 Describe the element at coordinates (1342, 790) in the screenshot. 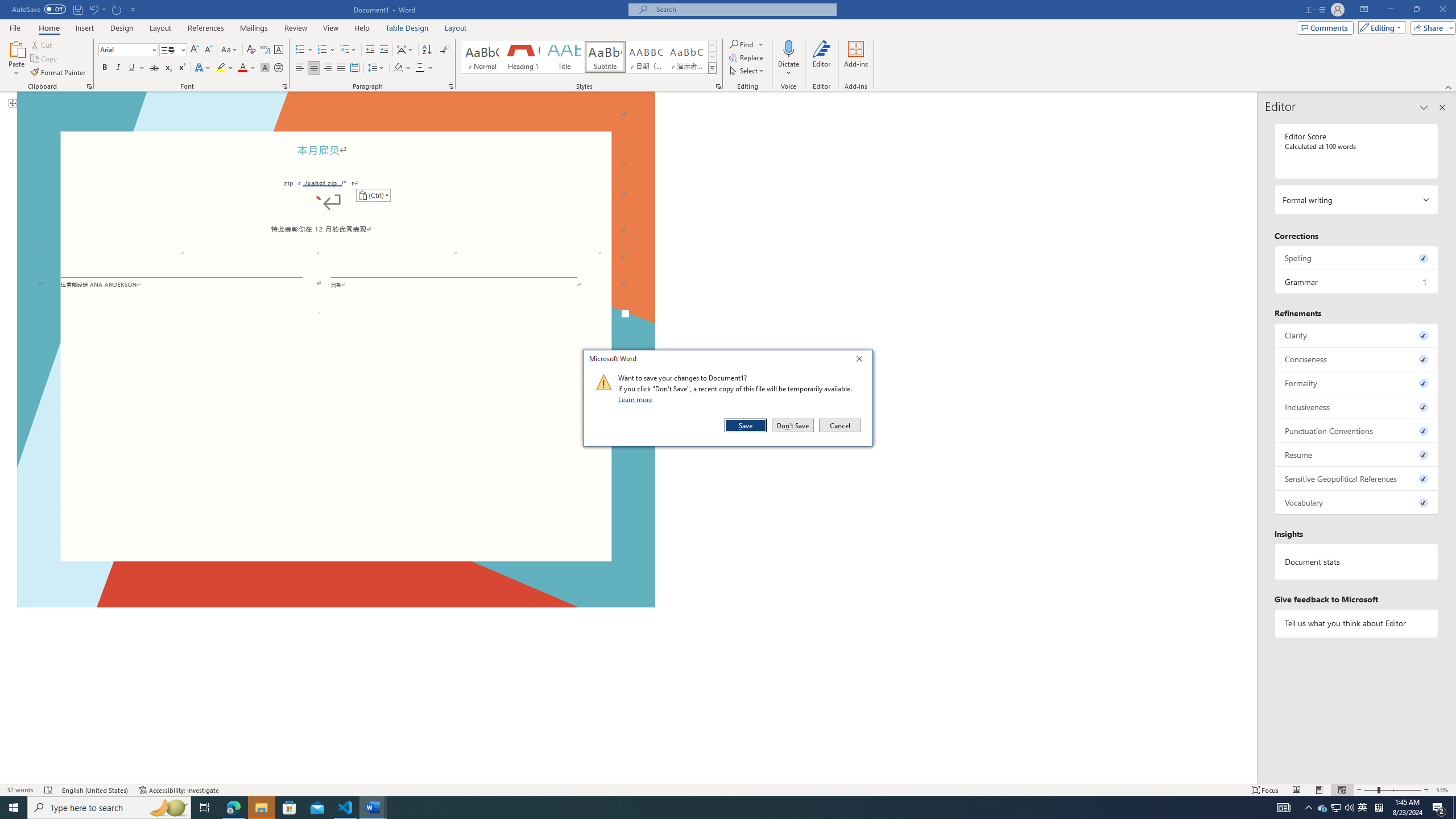

I see `'Web Layout'` at that location.